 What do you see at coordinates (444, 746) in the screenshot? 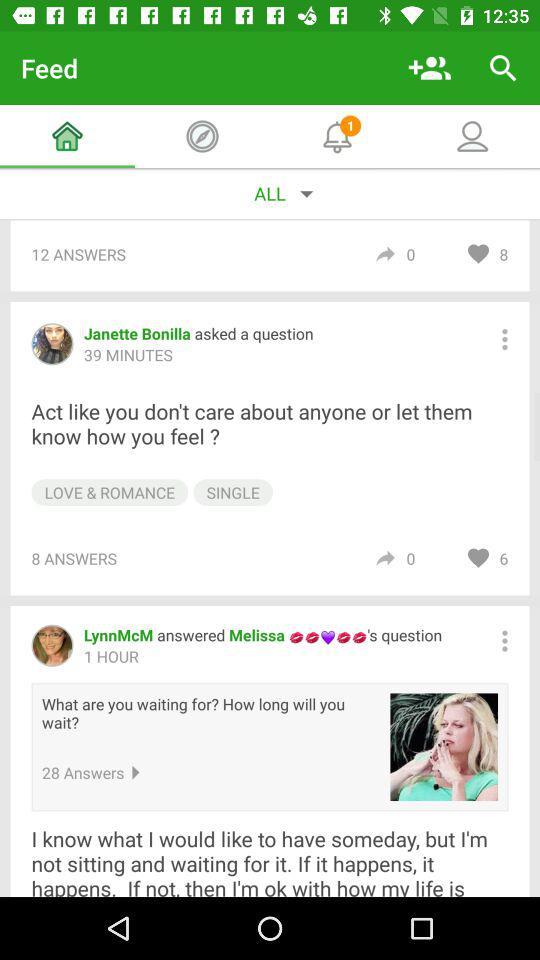
I see `icon next to the what are you` at bounding box center [444, 746].